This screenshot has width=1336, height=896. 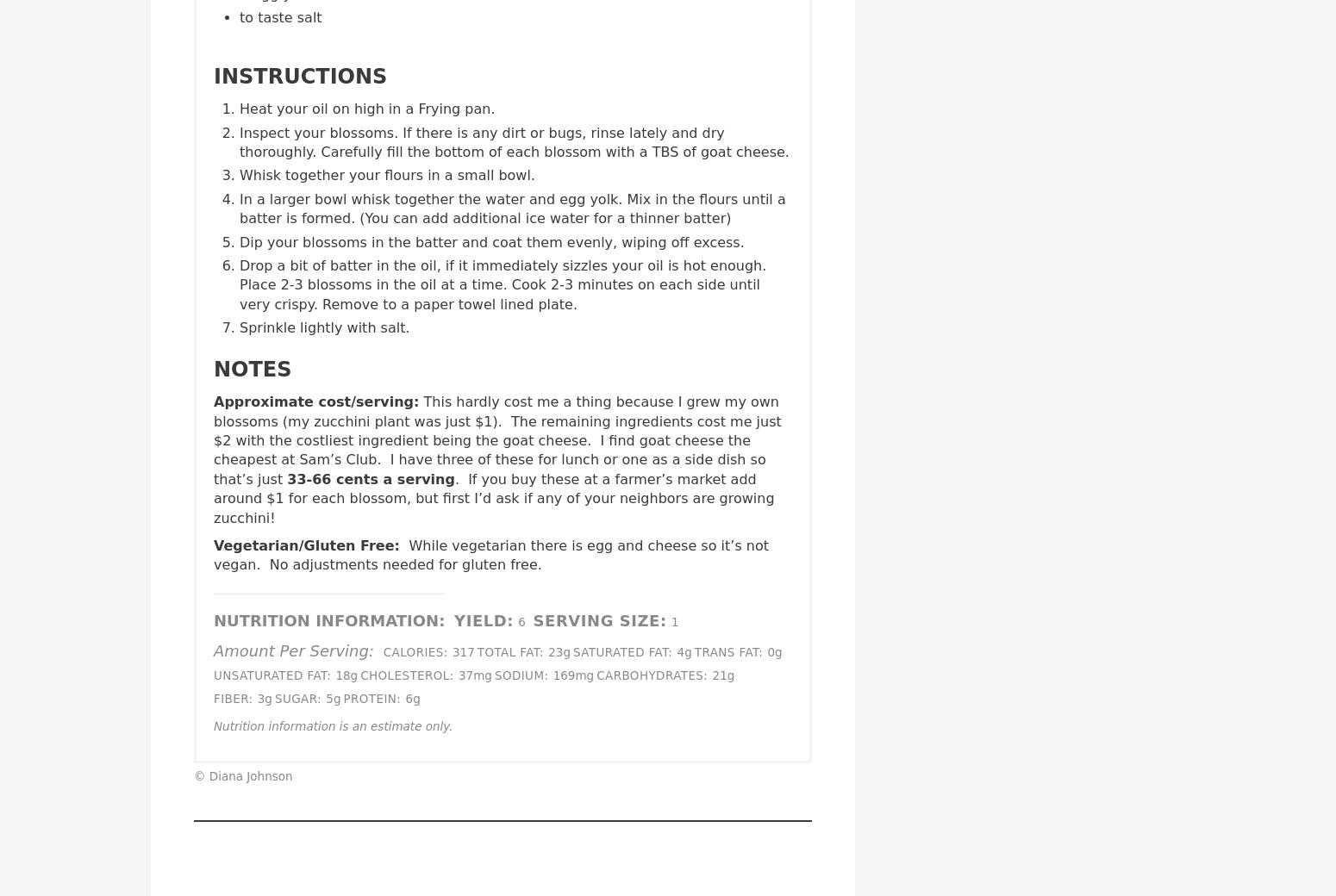 I want to click on 'Saturated Fat:', so click(x=622, y=650).